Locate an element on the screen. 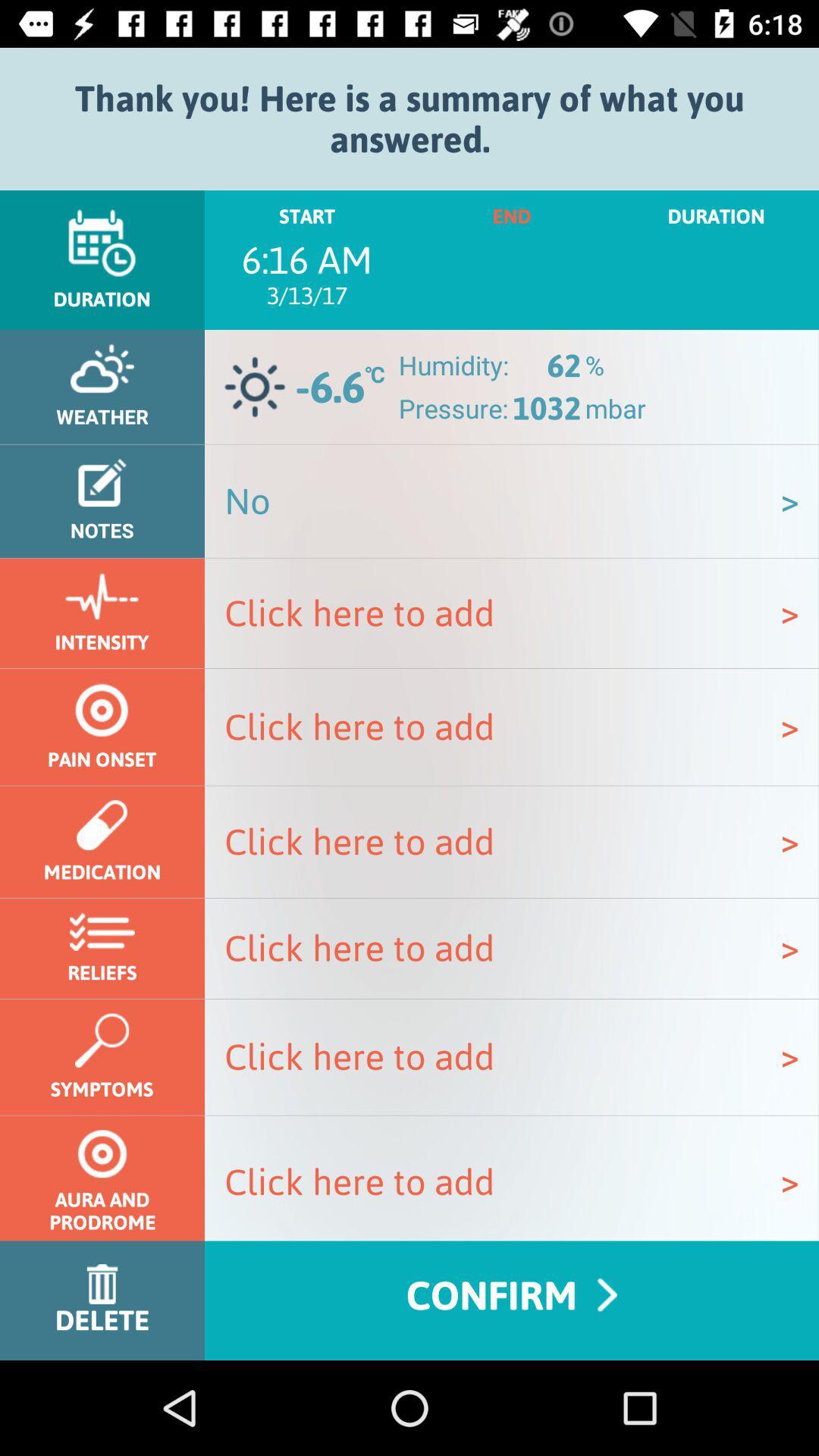  the text which is left to image reliefs is located at coordinates (512, 948).